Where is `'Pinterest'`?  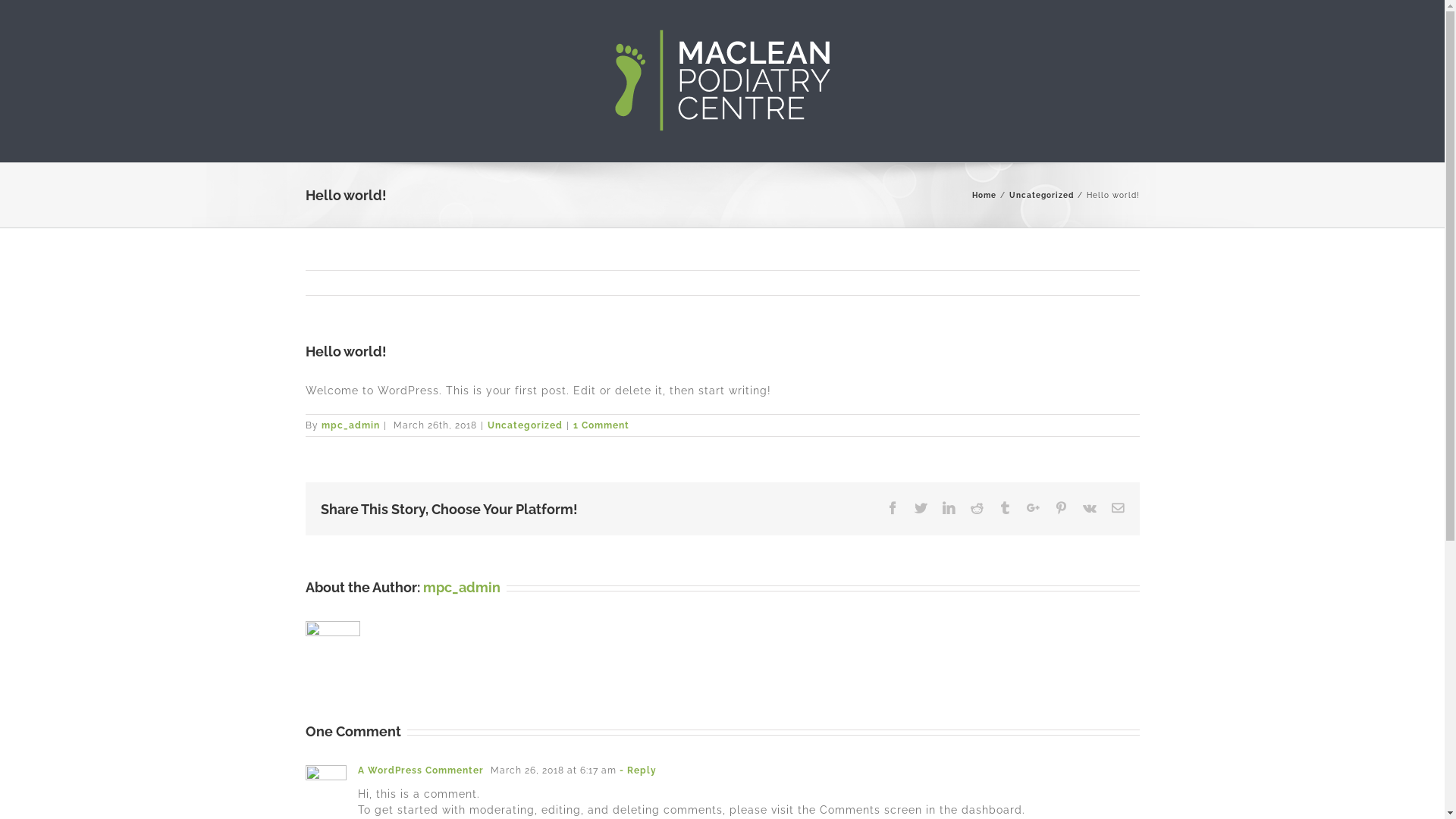
'Pinterest' is located at coordinates (1059, 508).